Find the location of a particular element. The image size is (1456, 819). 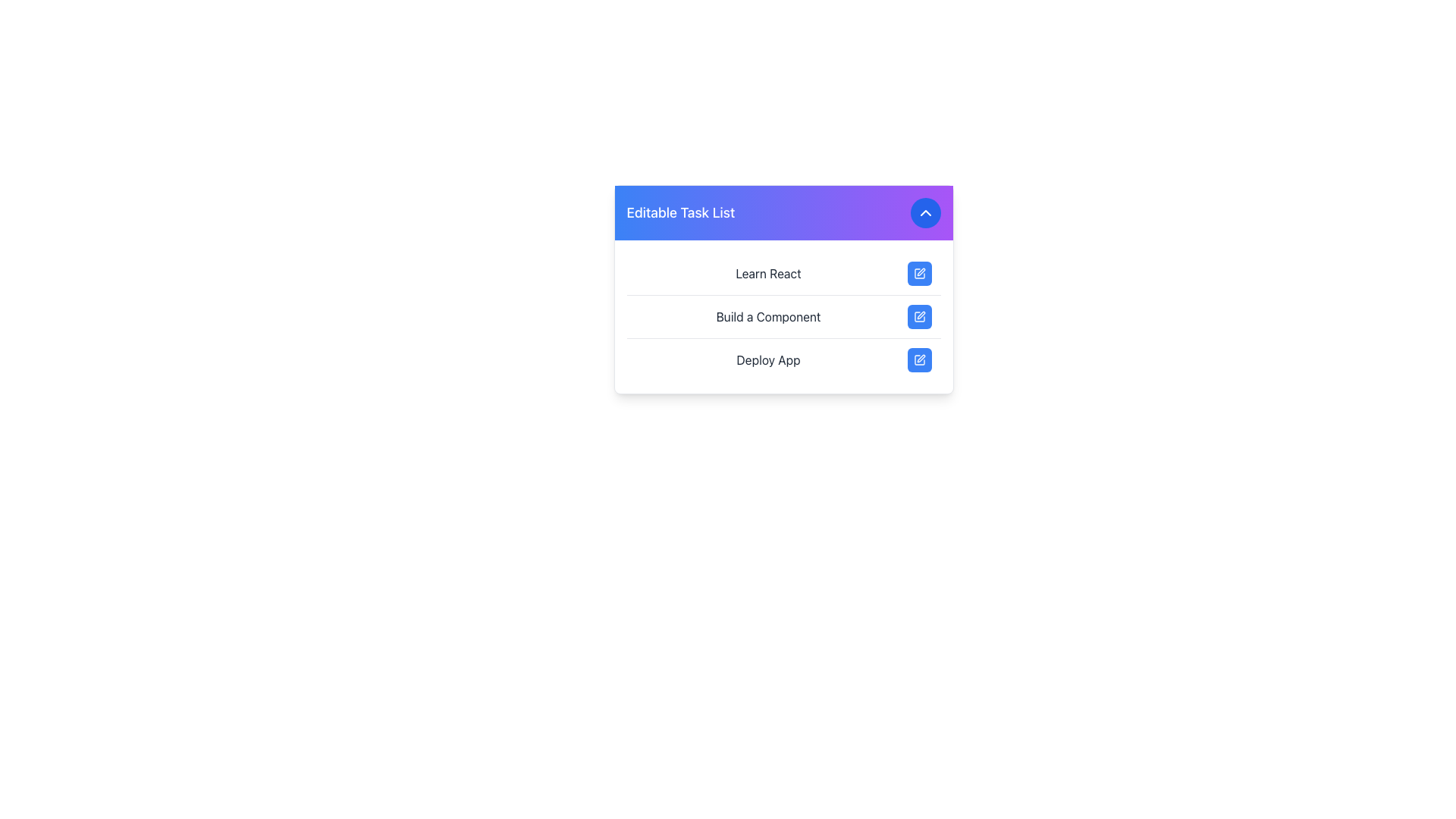

the small blue button with a white pen icon, which is the last button in the series adjacent to the 'Deploy App' text in the 'Editable Task List' card is located at coordinates (918, 359).